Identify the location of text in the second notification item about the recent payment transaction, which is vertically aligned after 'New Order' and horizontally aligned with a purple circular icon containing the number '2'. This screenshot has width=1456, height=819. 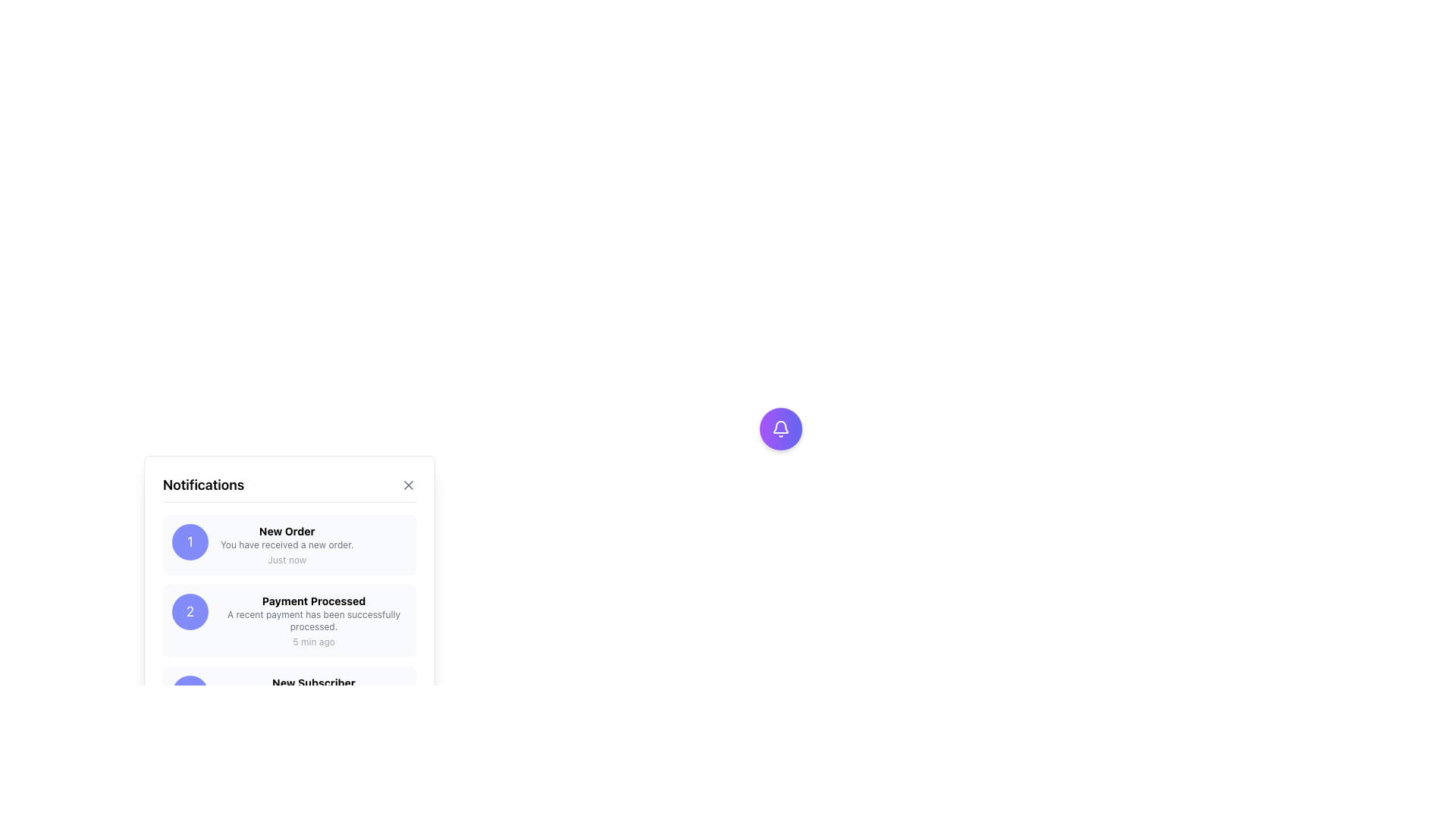
(312, 620).